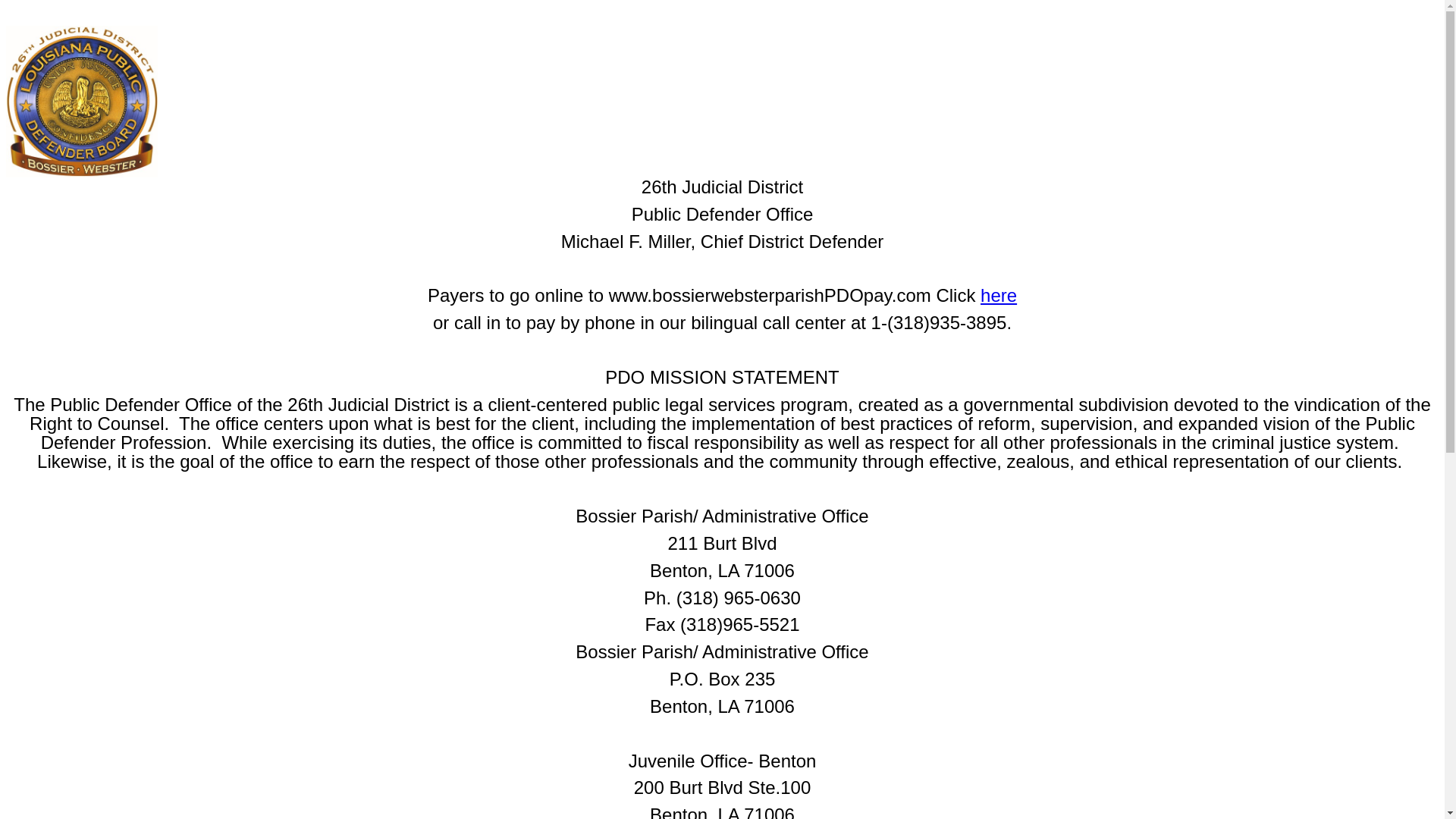 This screenshot has height=819, width=1456. What do you see at coordinates (998, 295) in the screenshot?
I see `'here'` at bounding box center [998, 295].